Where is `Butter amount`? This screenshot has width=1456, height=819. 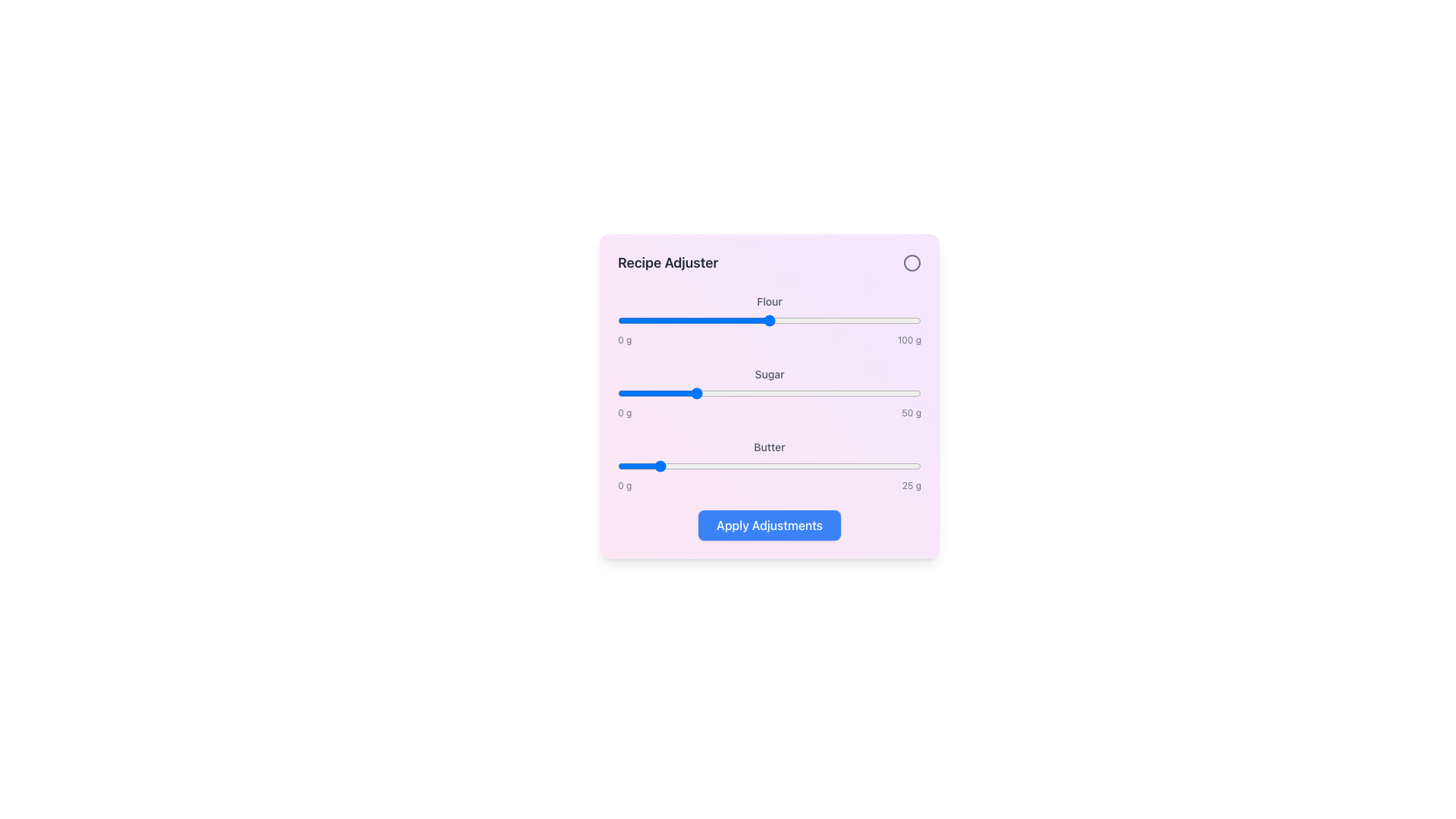 Butter amount is located at coordinates (720, 465).